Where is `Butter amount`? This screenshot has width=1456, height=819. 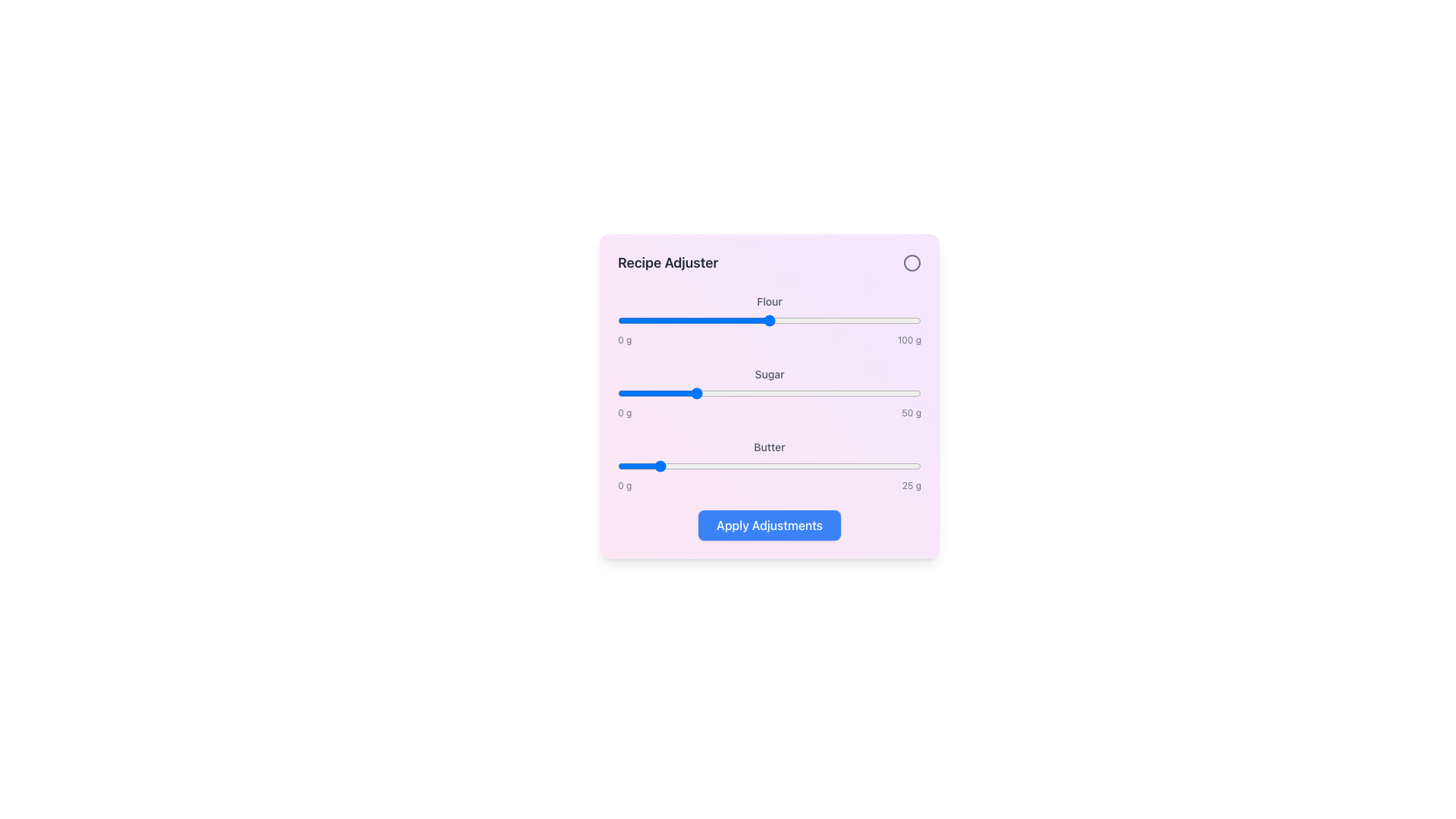 Butter amount is located at coordinates (720, 465).